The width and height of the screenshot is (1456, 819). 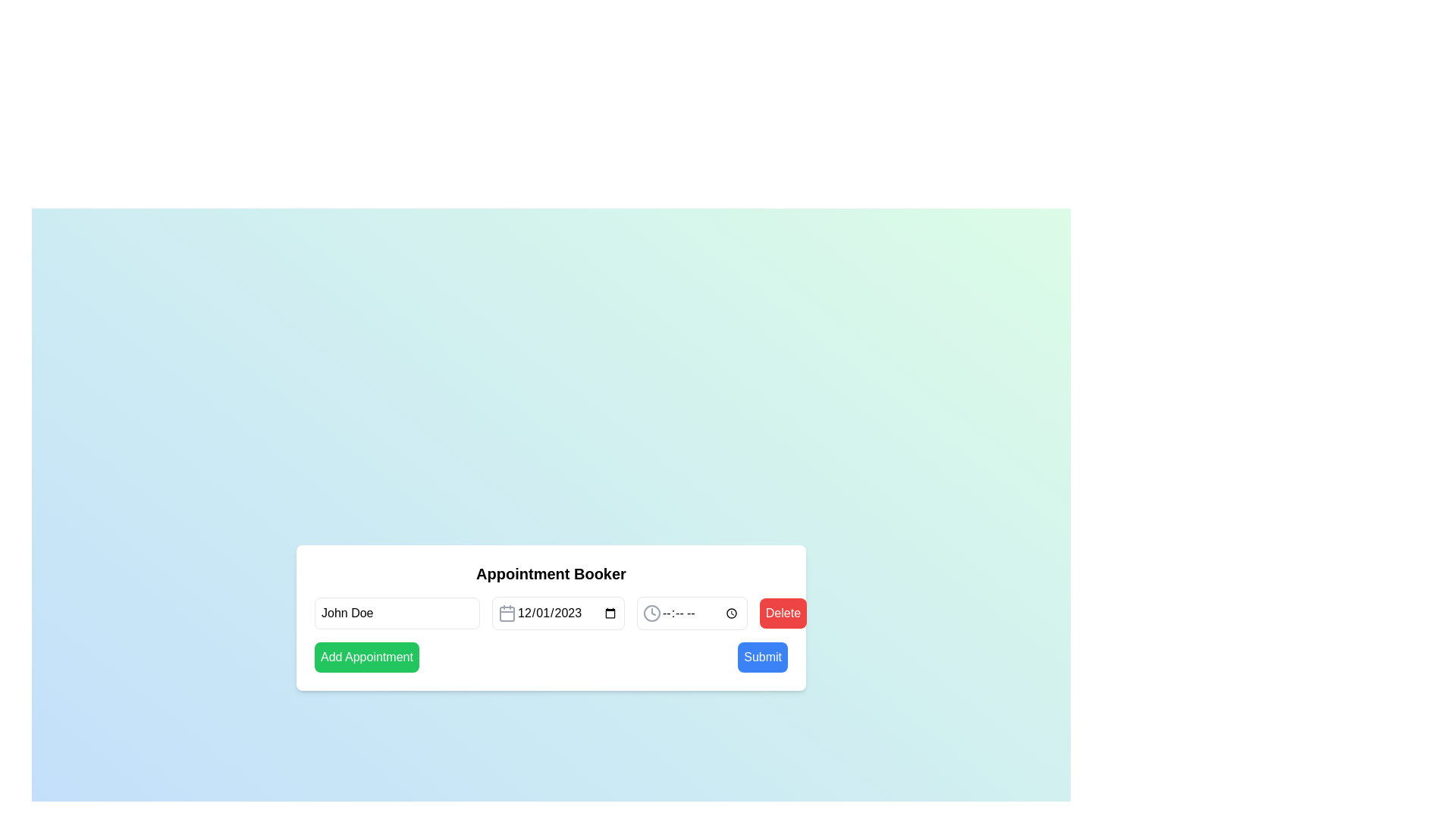 I want to click on the body of the calendar icon, which serves as a graphical representation within the SVG illustration, so click(x=507, y=614).